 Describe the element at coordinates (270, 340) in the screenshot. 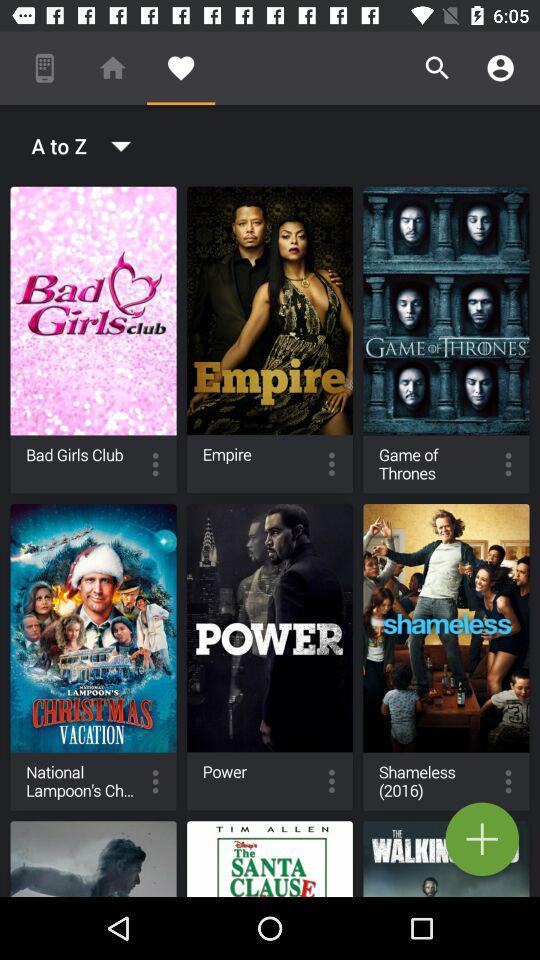

I see `top center button` at that location.